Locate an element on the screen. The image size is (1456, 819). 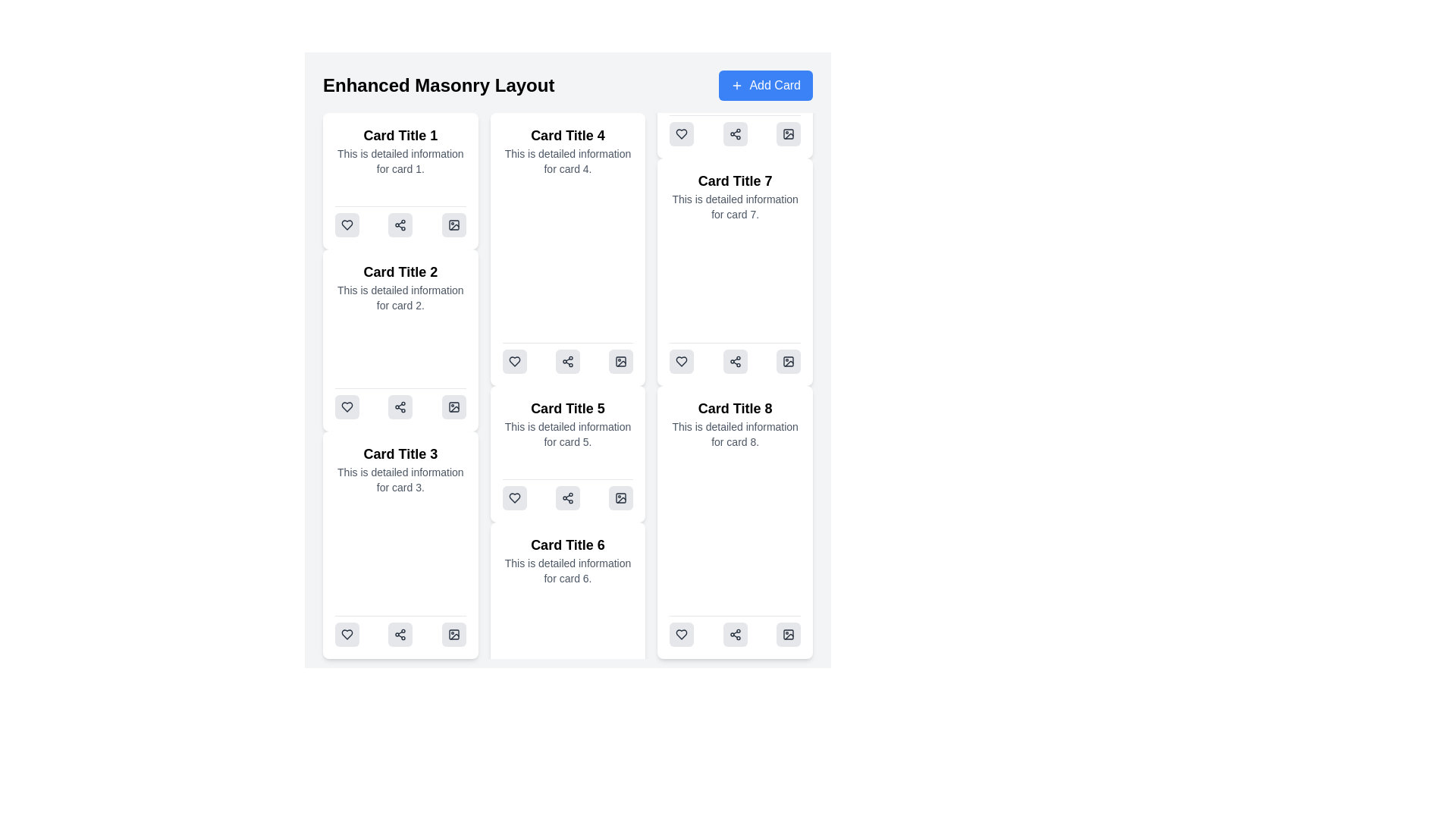
the text block displaying 'This is detailed information for card 1.' which is located below 'Card Title 1' in the first card of the leftmost column is located at coordinates (400, 161).